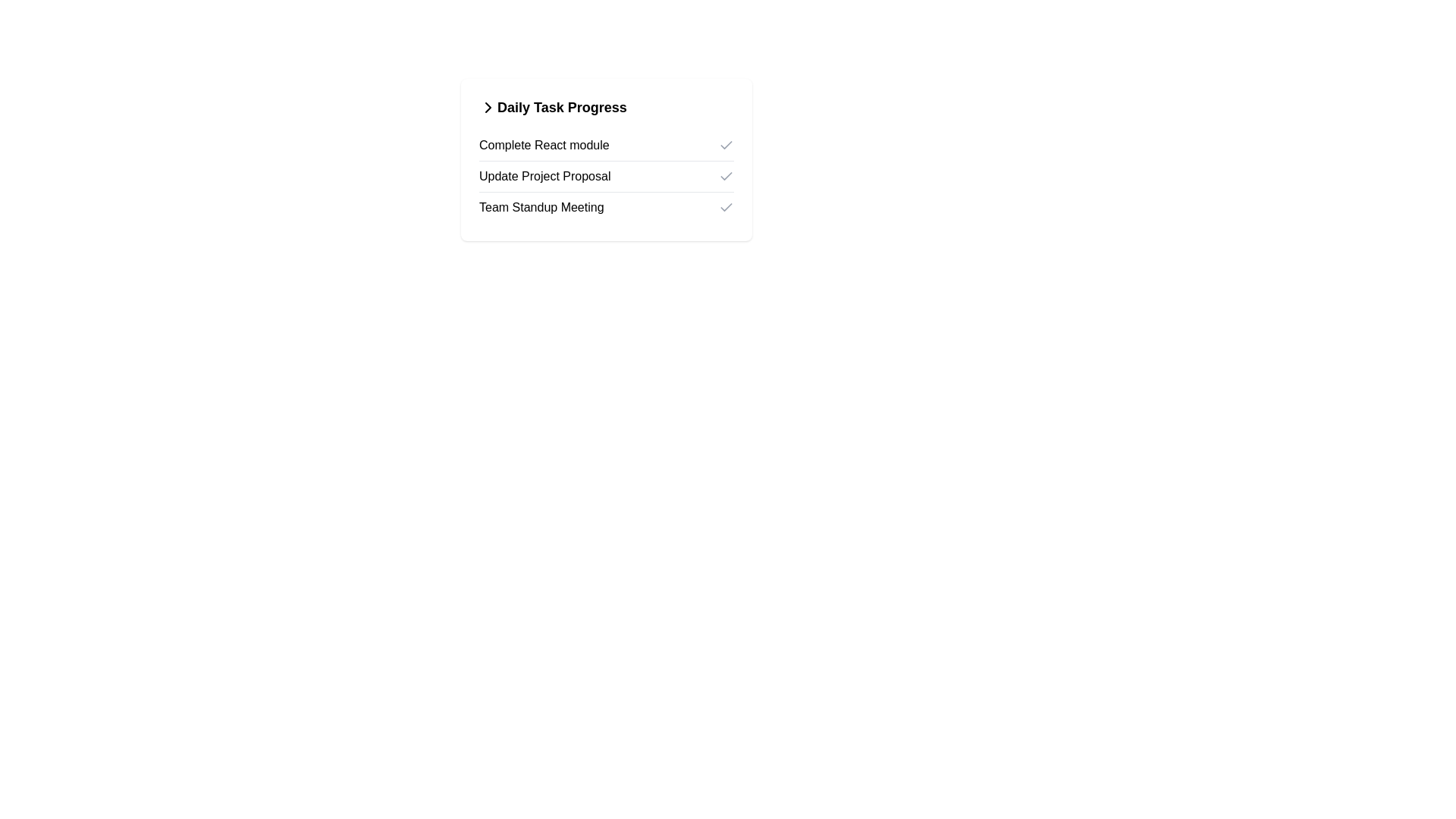 This screenshot has height=819, width=1456. Describe the element at coordinates (726, 146) in the screenshot. I see `the checkmark icon indicating the status of the task 'Complete React module', located at the top of the task list` at that location.